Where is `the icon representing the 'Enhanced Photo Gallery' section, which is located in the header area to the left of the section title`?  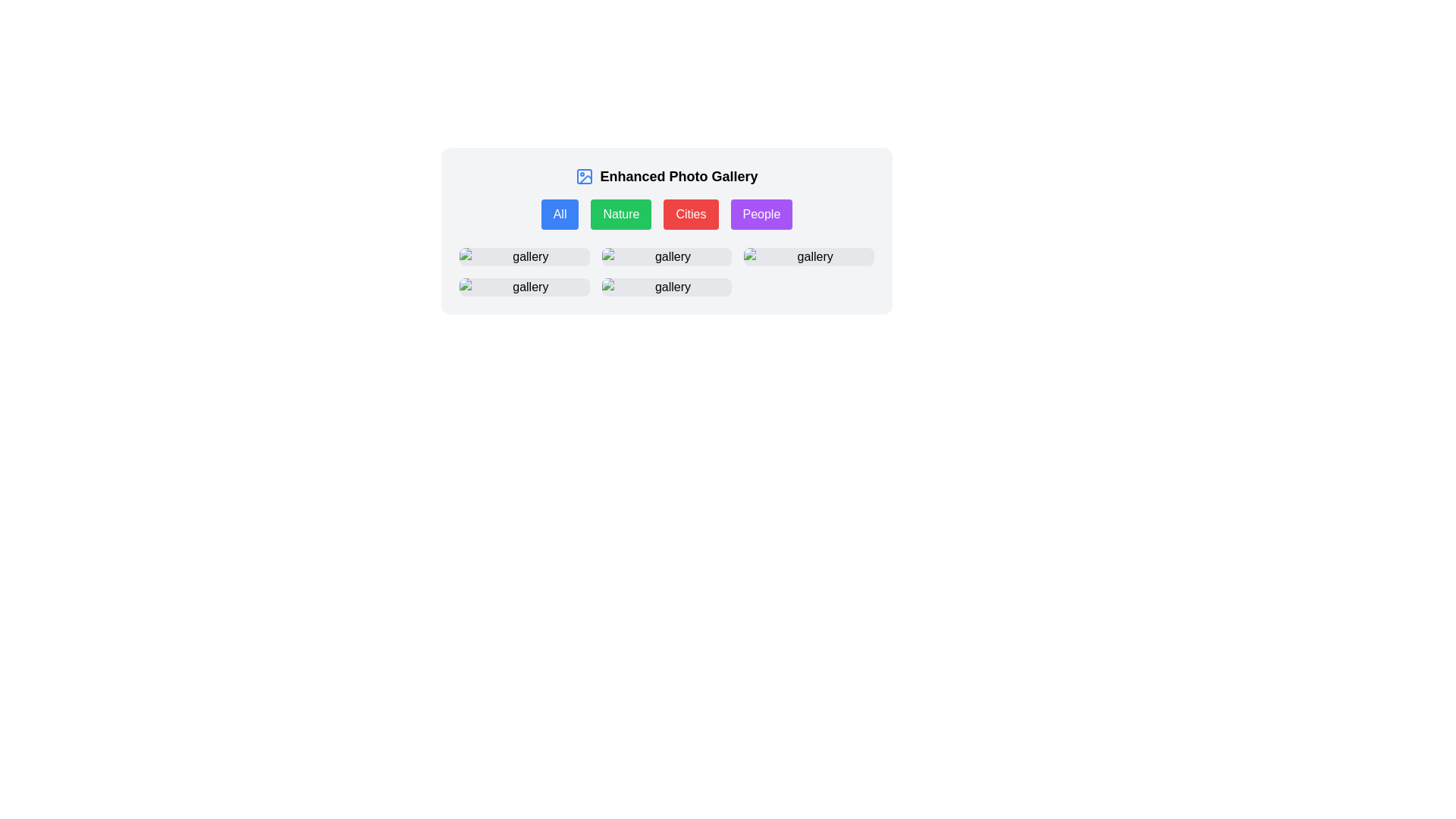 the icon representing the 'Enhanced Photo Gallery' section, which is located in the header area to the left of the section title is located at coordinates (584, 175).